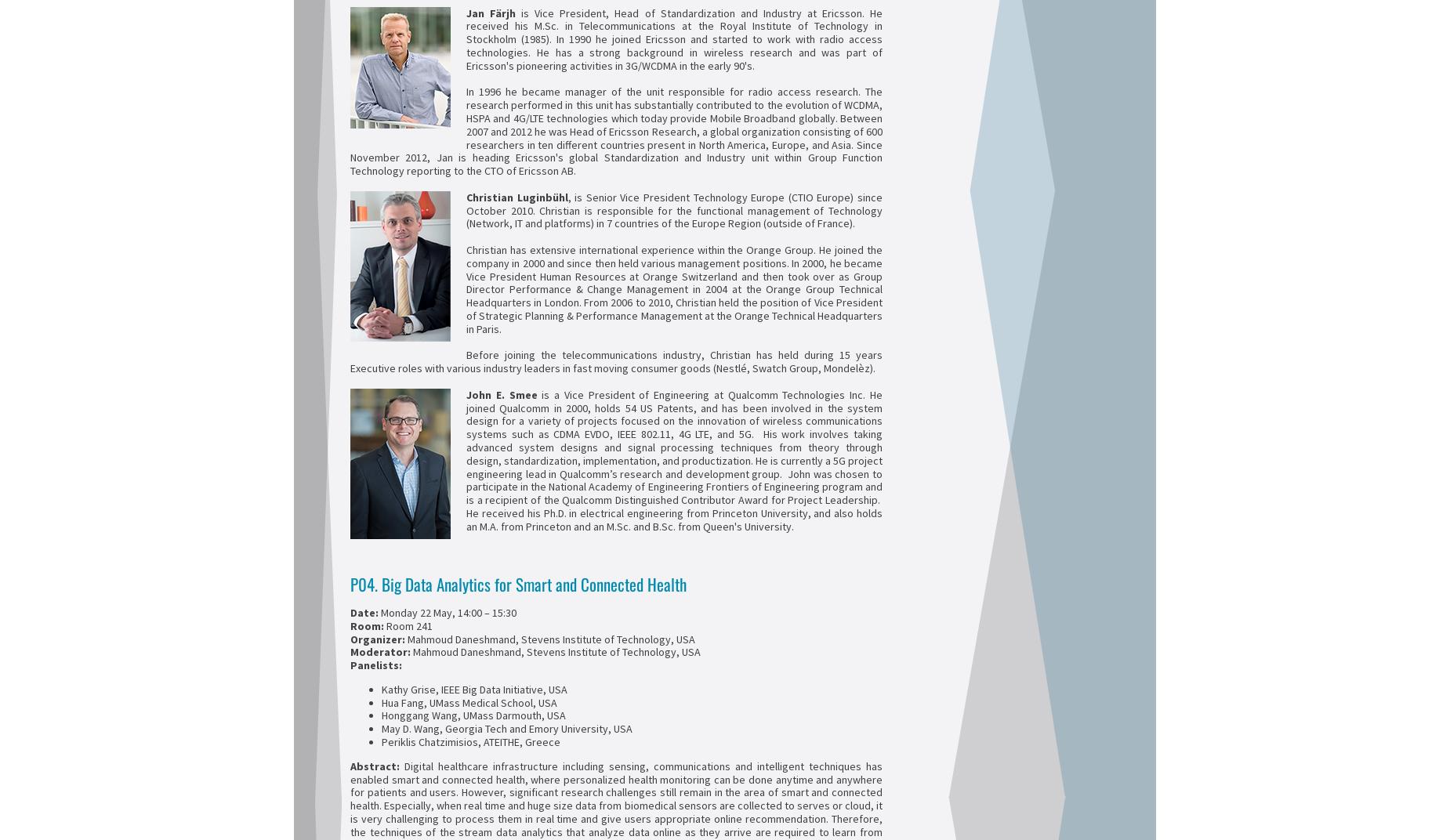 The height and width of the screenshot is (840, 1450). I want to click on 'is a Vice President of Engineering at Qualcomm Technologies Inc. He joined Qualcomm in 2000, holds 54 US Patents, and has been involved in the system design for a variety of projects focused on the innovation of wireless communications systems such as CDMA EVDO, IEEE 802.11, 4G LTE, and 5G.  His work involves taking advanced system designs and signal processing techniques from theory through design, standardization, implementation, and productization. He is currently a 5G project engineering lead in Qualcomm’s research and development group.  John was chosen to participate in the National Academy of Engineering Frontiers of Engineering program and is a recipient of the Qualcomm Distinguished Contributor Award for Project Leadership.  He received his Ph.D. in electrical engineering from Princeton University, and also holds an M.A. from Princeton and an M.Sc. and B.Sc. from Queen's University.', so click(674, 459).